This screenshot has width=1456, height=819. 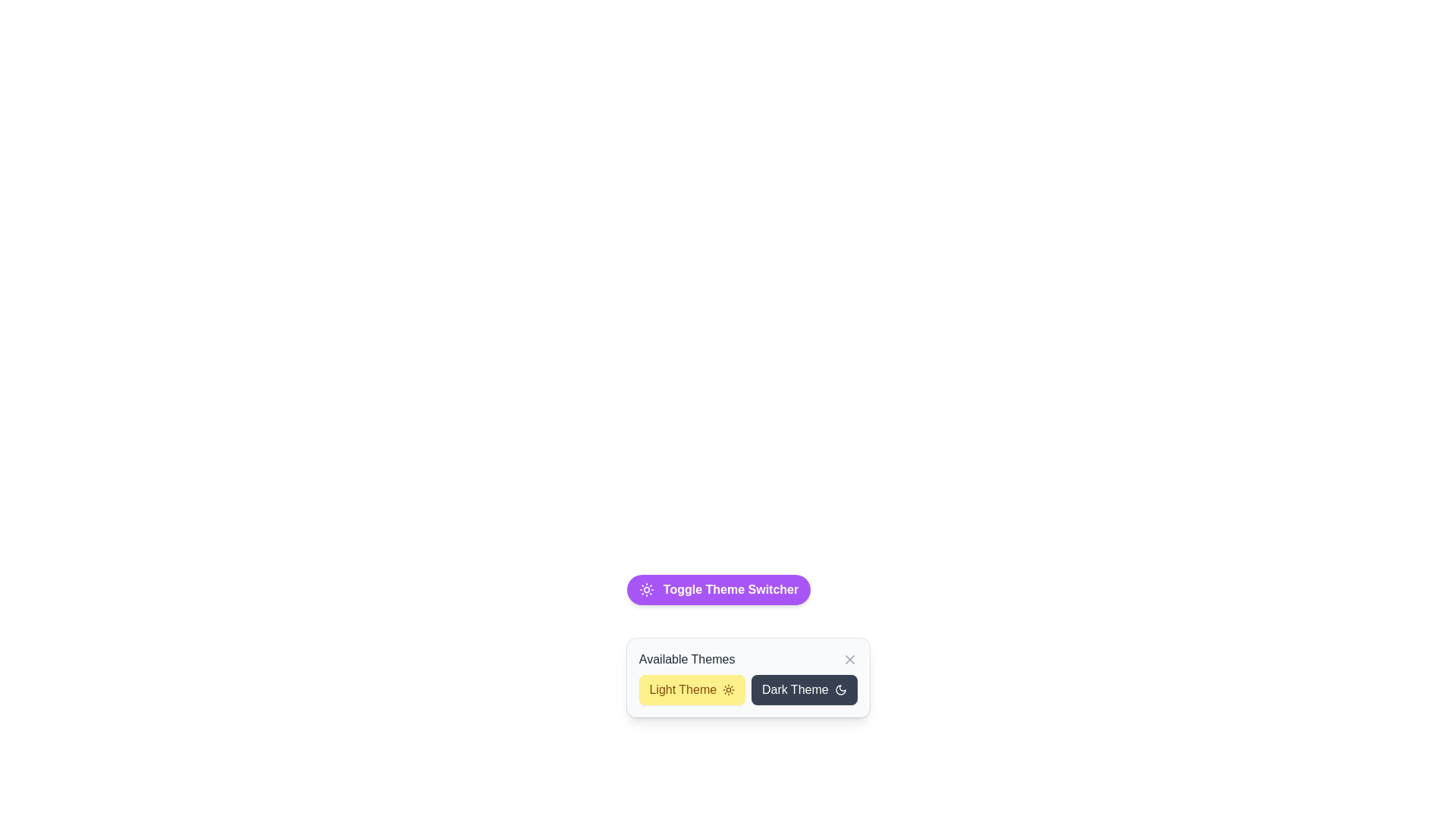 What do you see at coordinates (691, 690) in the screenshot?
I see `the 'Light Theme' button with a sun icon, which is a rectangular button with rounded corners and a yellow background` at bounding box center [691, 690].